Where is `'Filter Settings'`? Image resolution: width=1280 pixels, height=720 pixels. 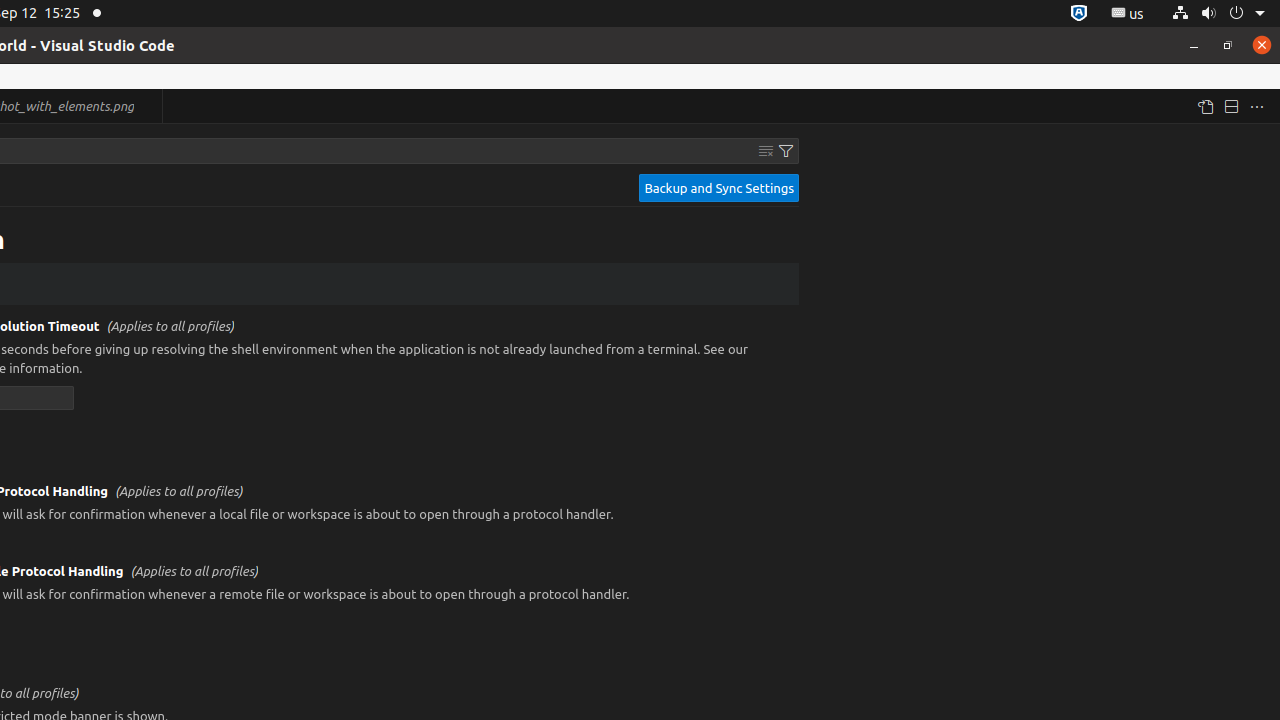
'Filter Settings' is located at coordinates (785, 149).